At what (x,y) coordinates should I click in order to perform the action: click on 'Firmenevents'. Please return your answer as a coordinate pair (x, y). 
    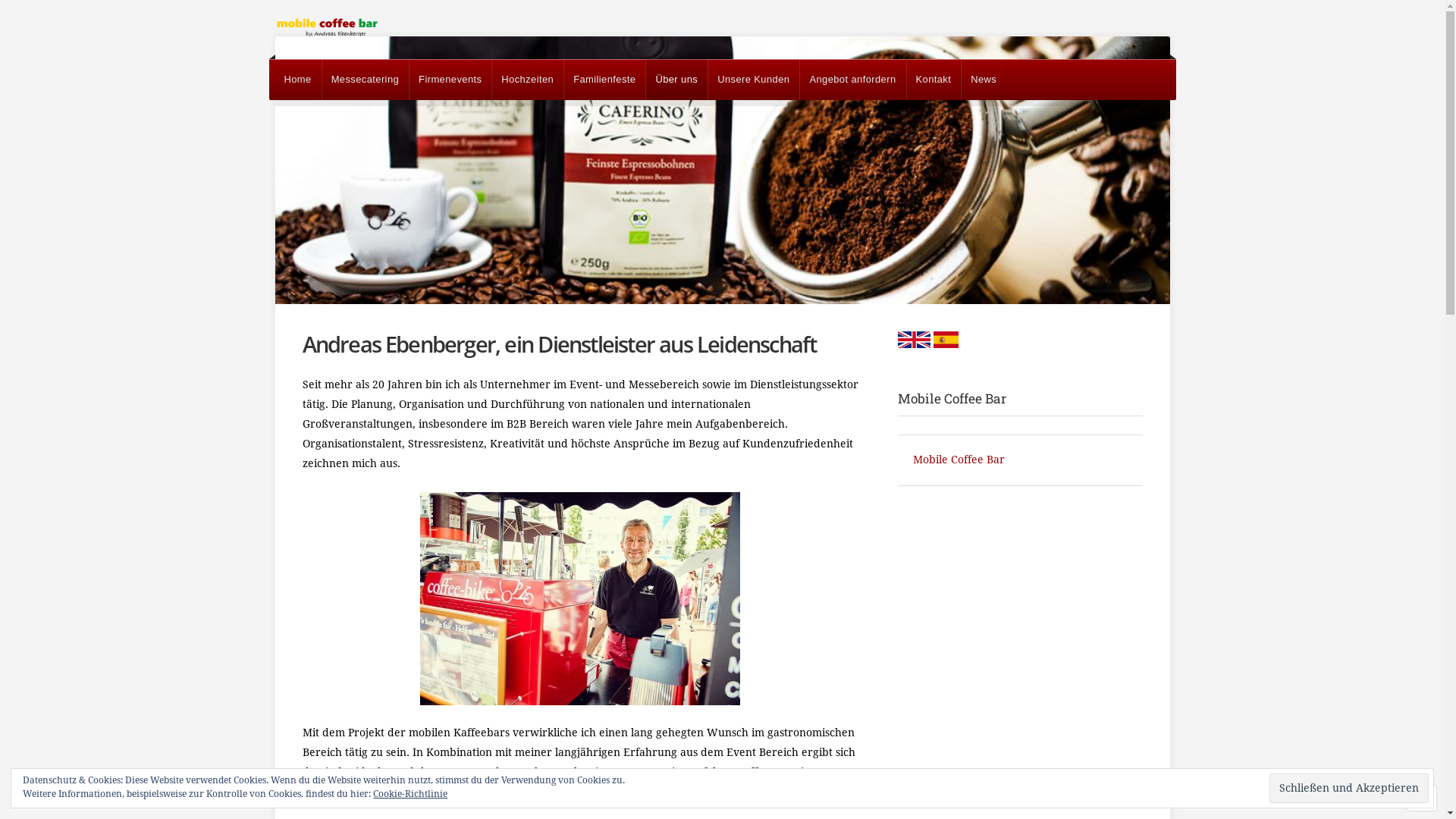
    Looking at the image, I should click on (449, 79).